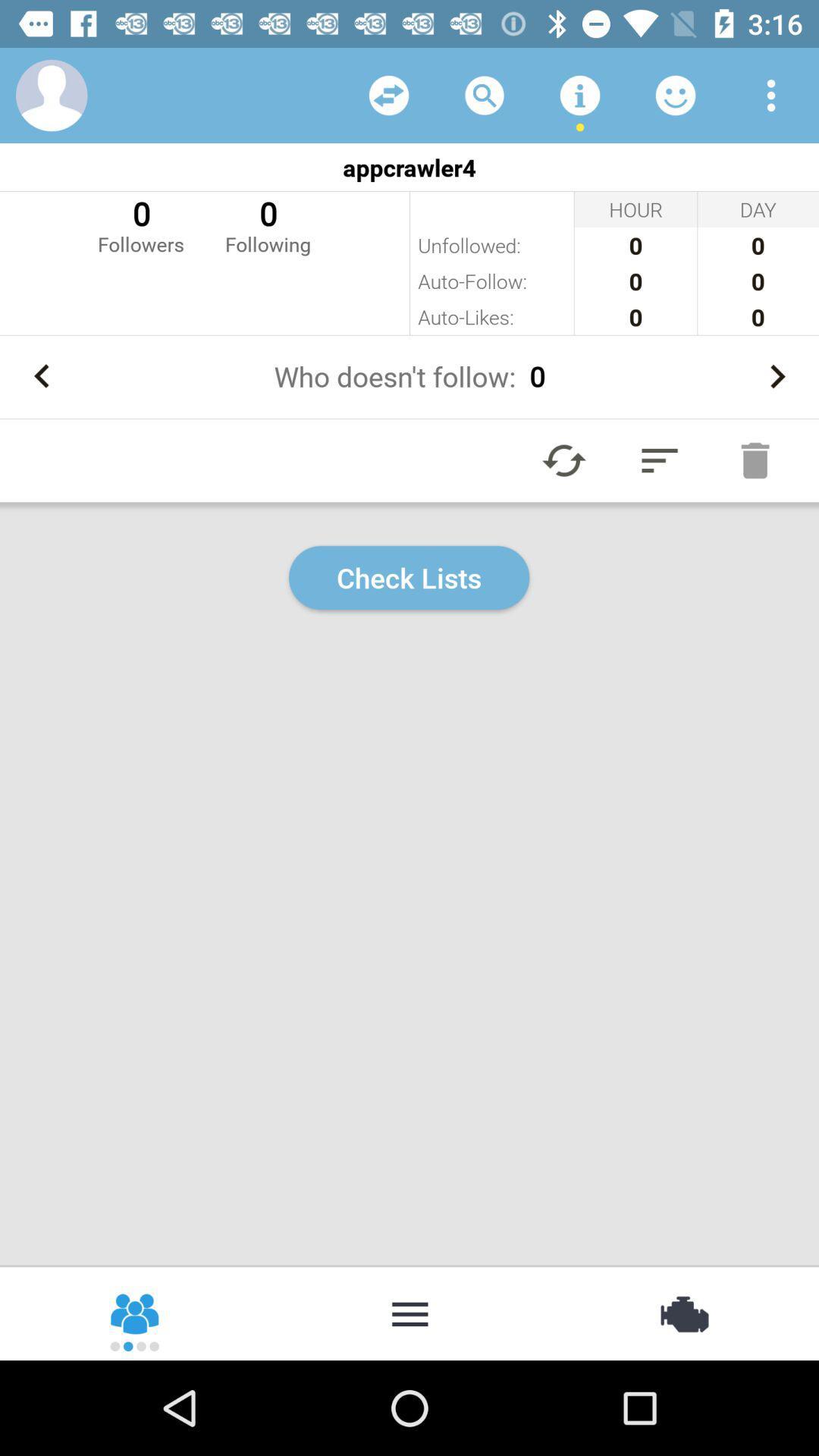 The image size is (819, 1456). I want to click on the more icon, so click(409, 1312).